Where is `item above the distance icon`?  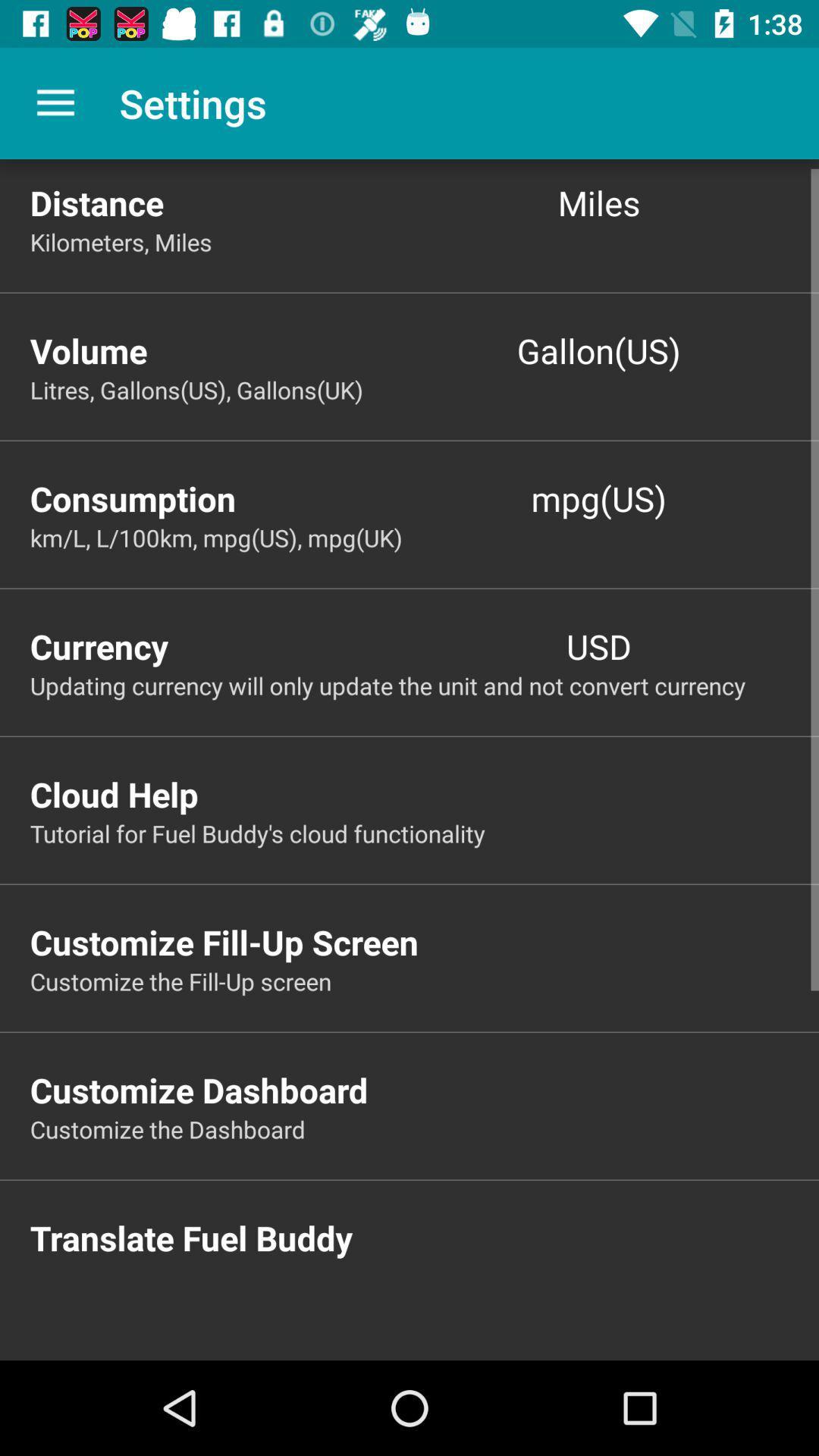 item above the distance icon is located at coordinates (55, 102).